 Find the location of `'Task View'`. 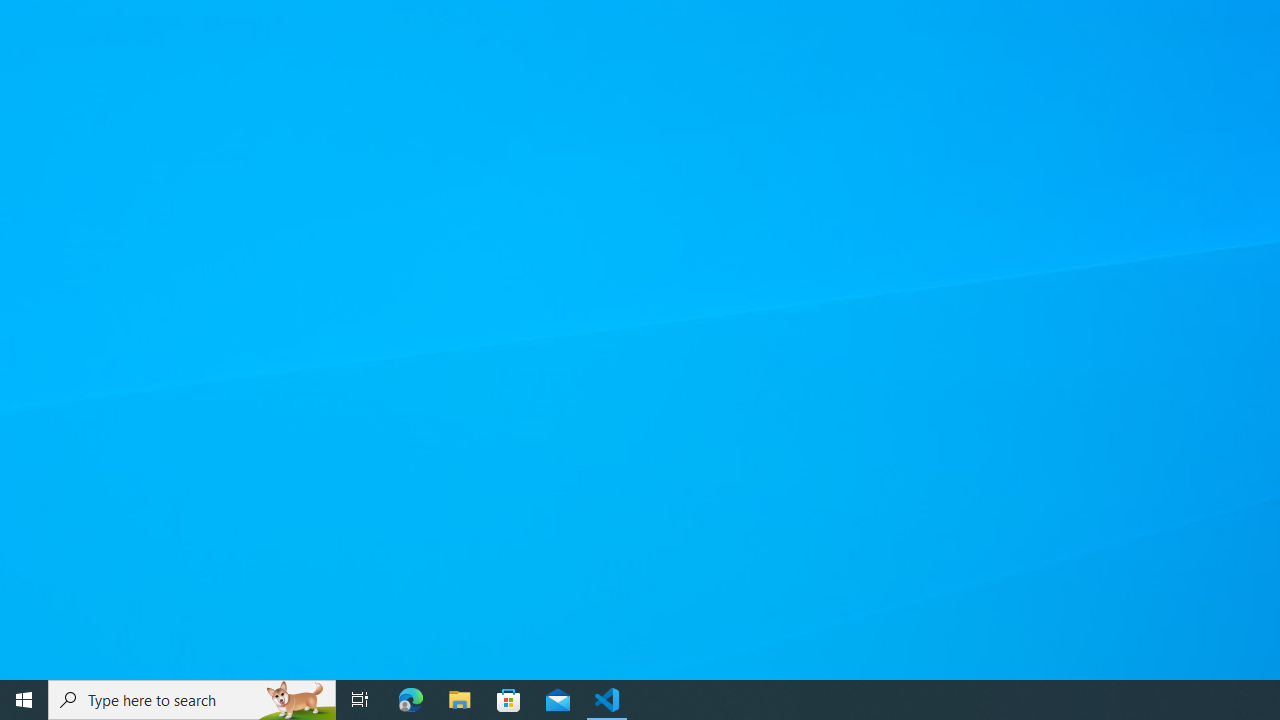

'Task View' is located at coordinates (359, 698).